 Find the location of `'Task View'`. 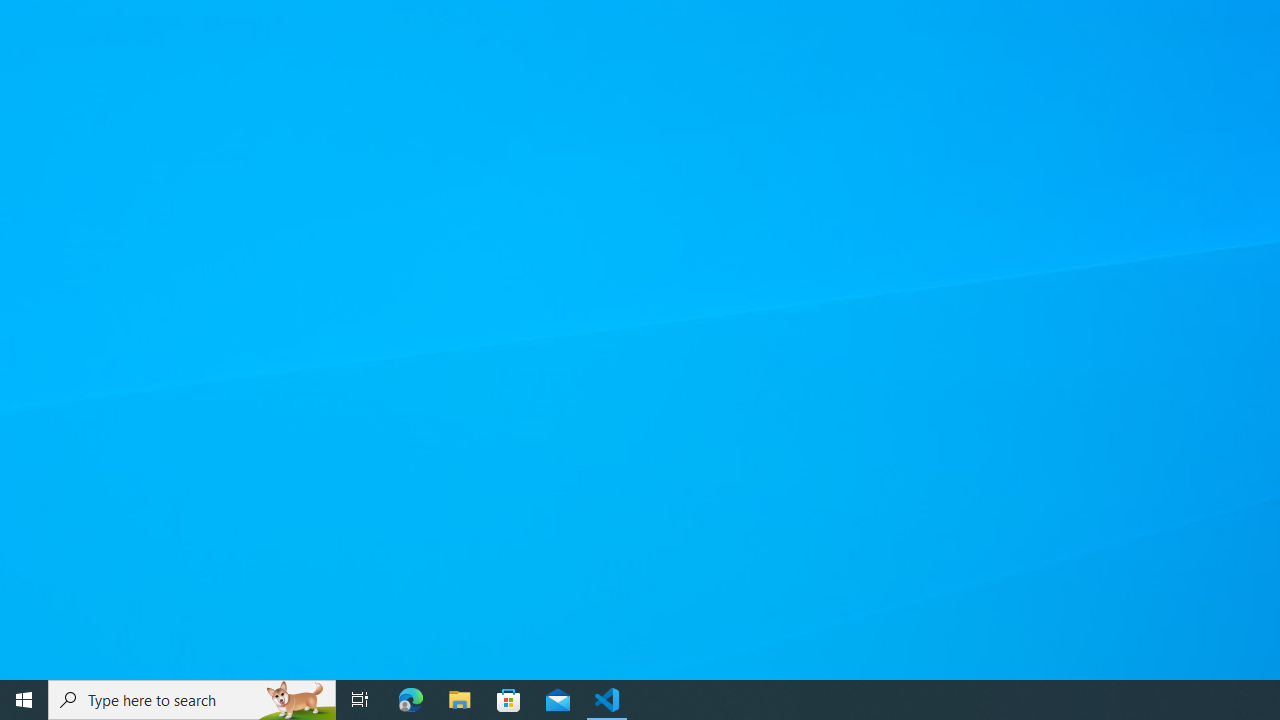

'Task View' is located at coordinates (359, 698).